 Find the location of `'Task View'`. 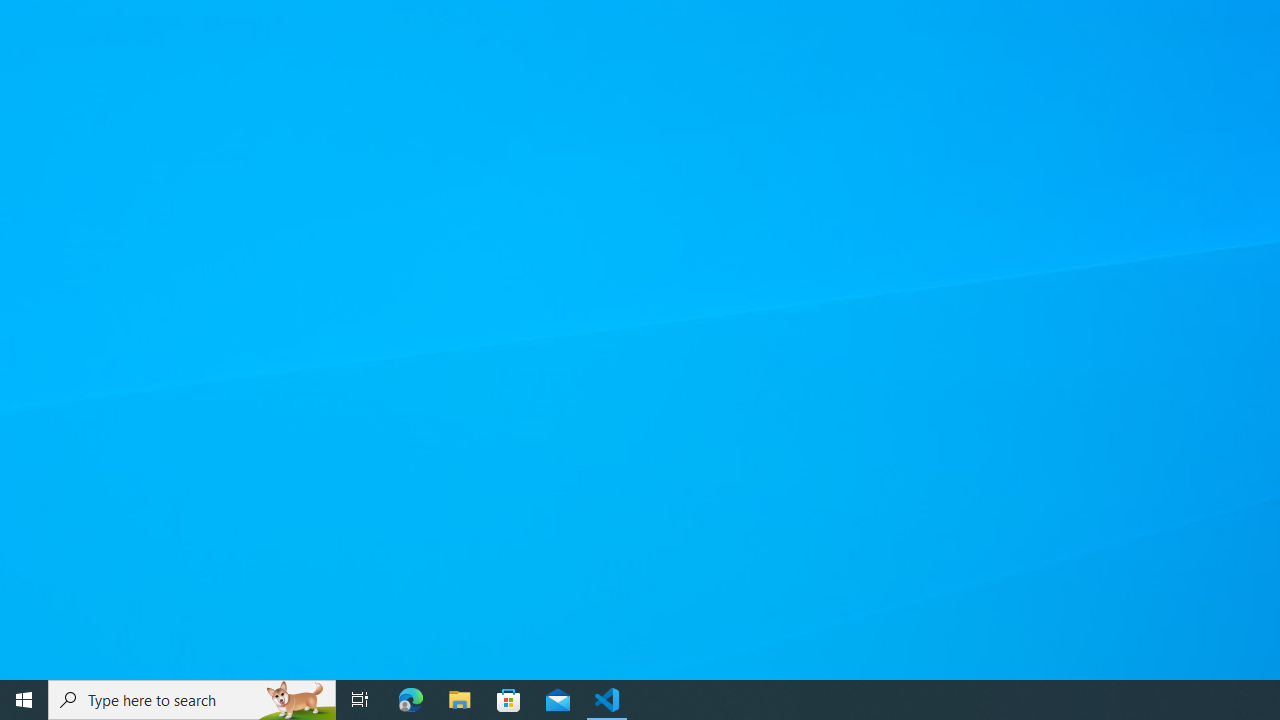

'Task View' is located at coordinates (359, 698).